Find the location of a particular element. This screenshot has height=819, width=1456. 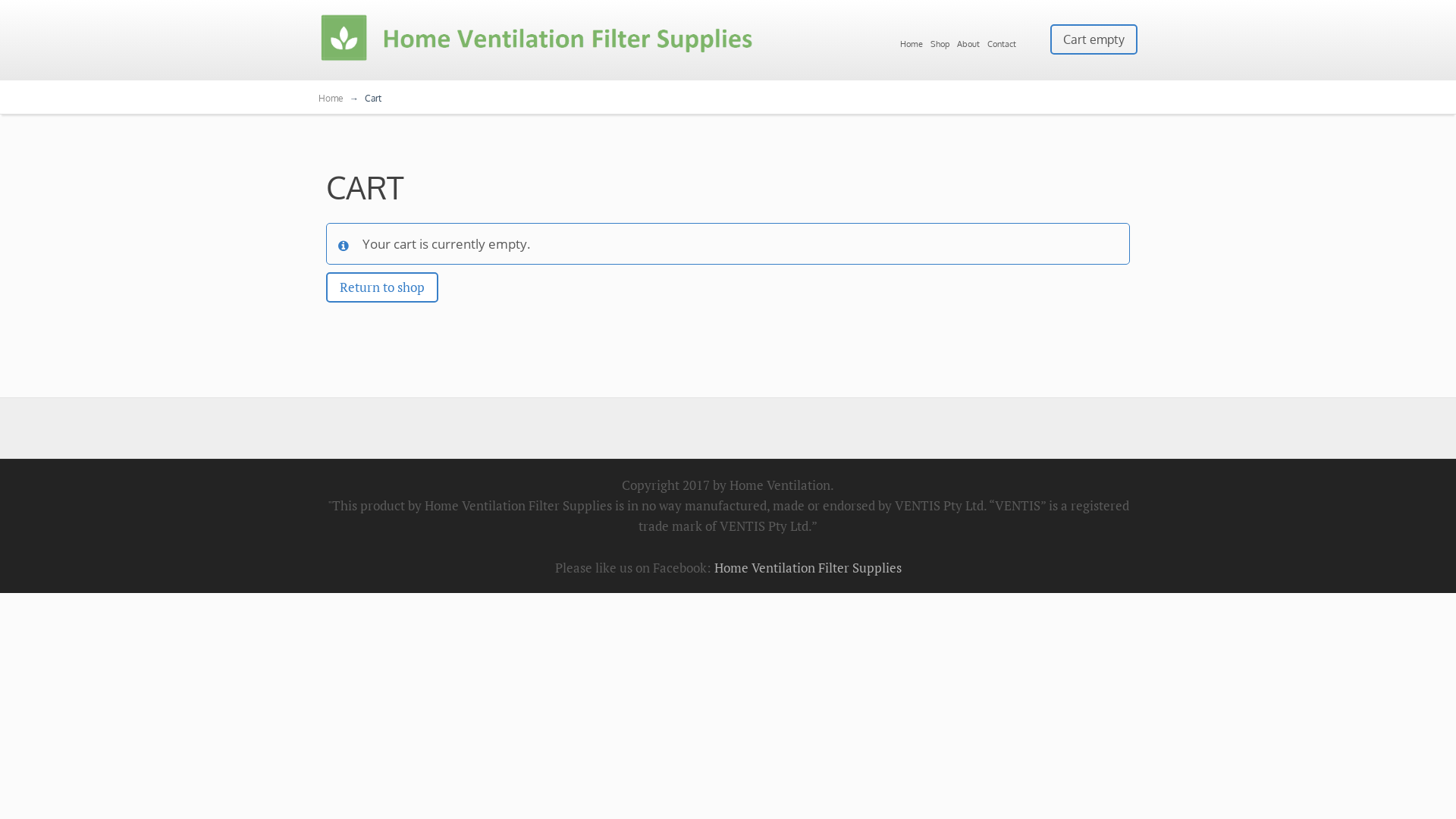

'Return to shop' is located at coordinates (325, 287).